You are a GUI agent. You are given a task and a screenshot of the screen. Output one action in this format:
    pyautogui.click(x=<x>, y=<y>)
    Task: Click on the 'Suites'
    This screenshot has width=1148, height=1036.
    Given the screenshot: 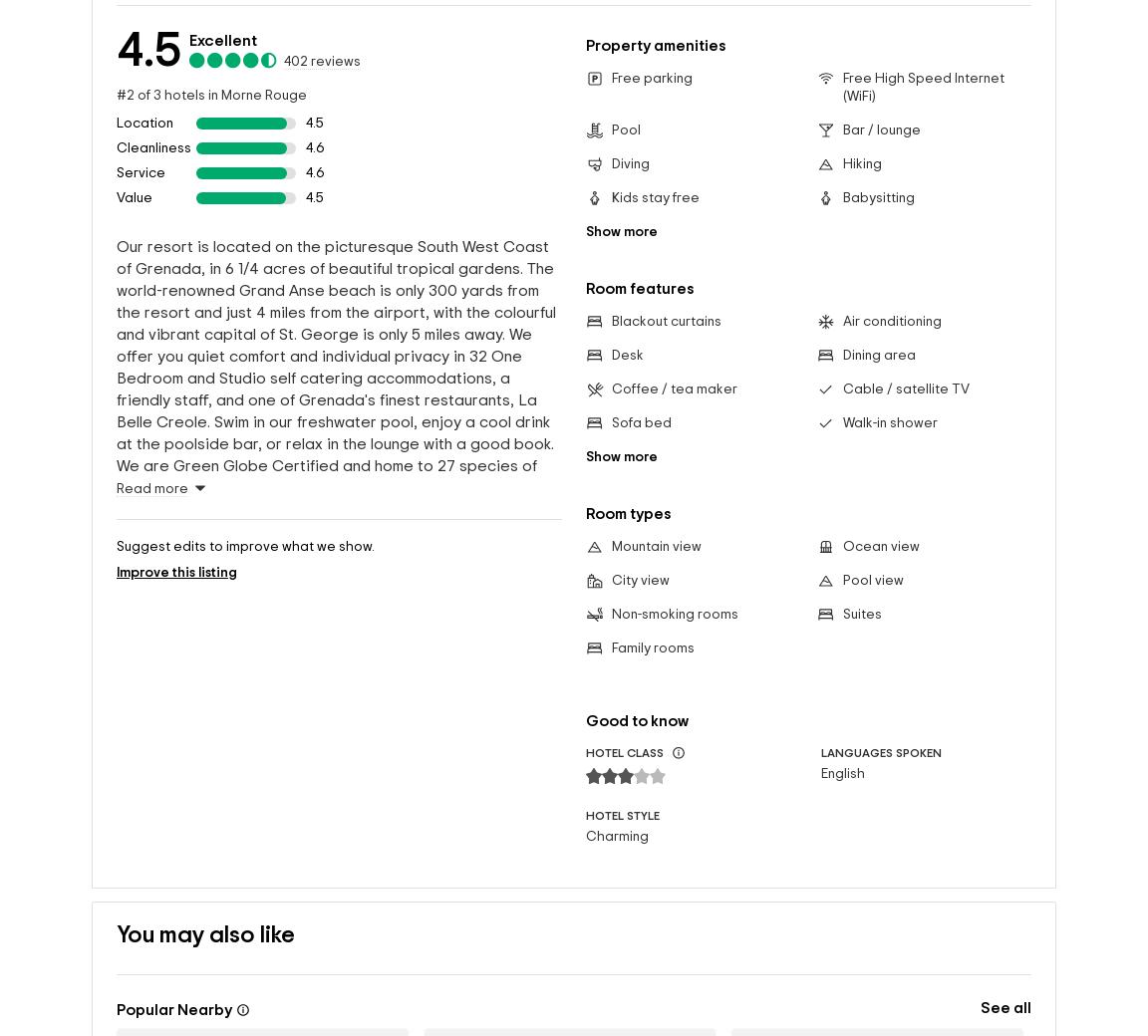 What is the action you would take?
    pyautogui.click(x=841, y=614)
    